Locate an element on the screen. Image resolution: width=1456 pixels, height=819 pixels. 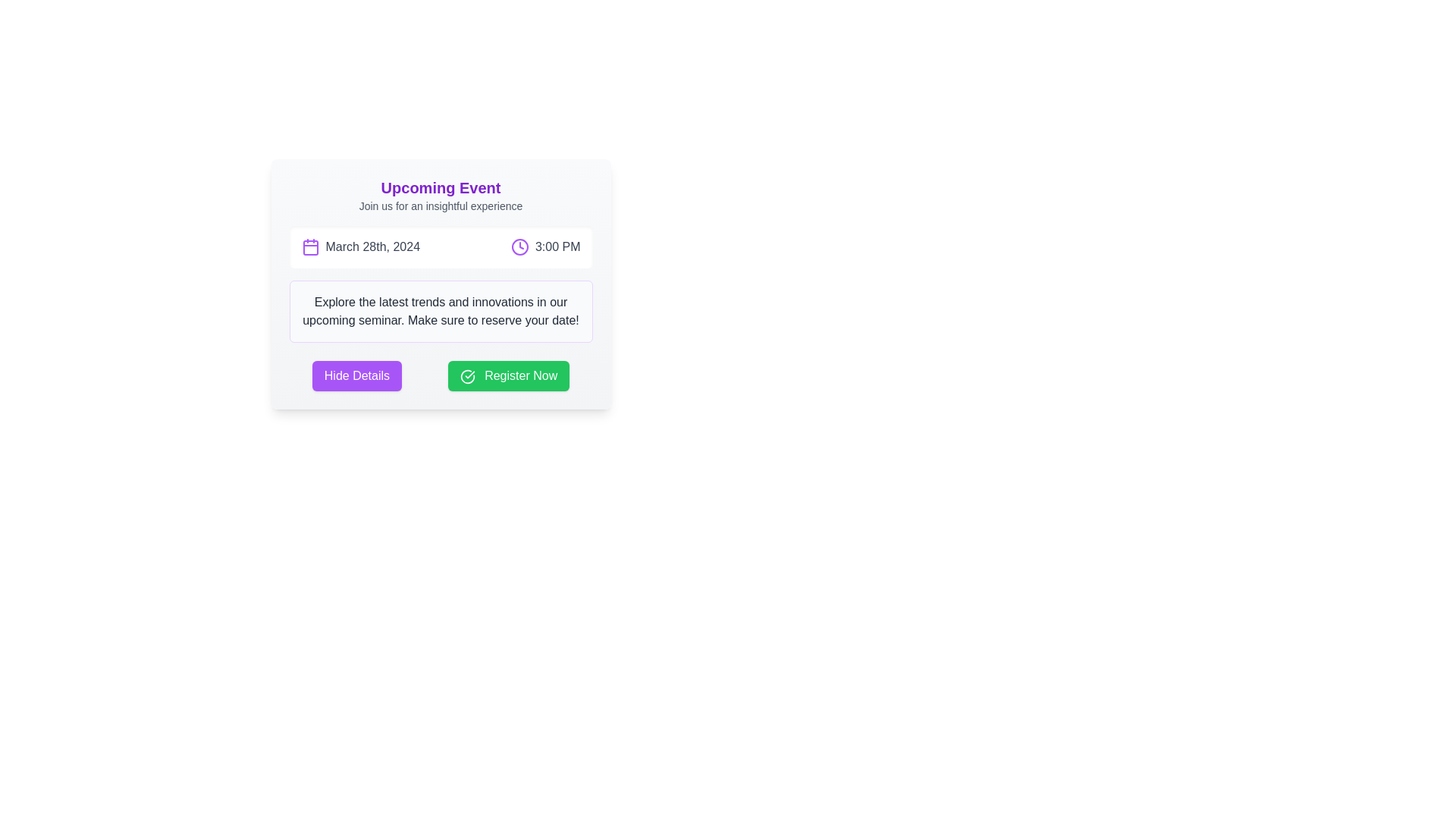
the vibrant purple clock icon positioned to the left of the '3:00 PM' time display is located at coordinates (519, 246).